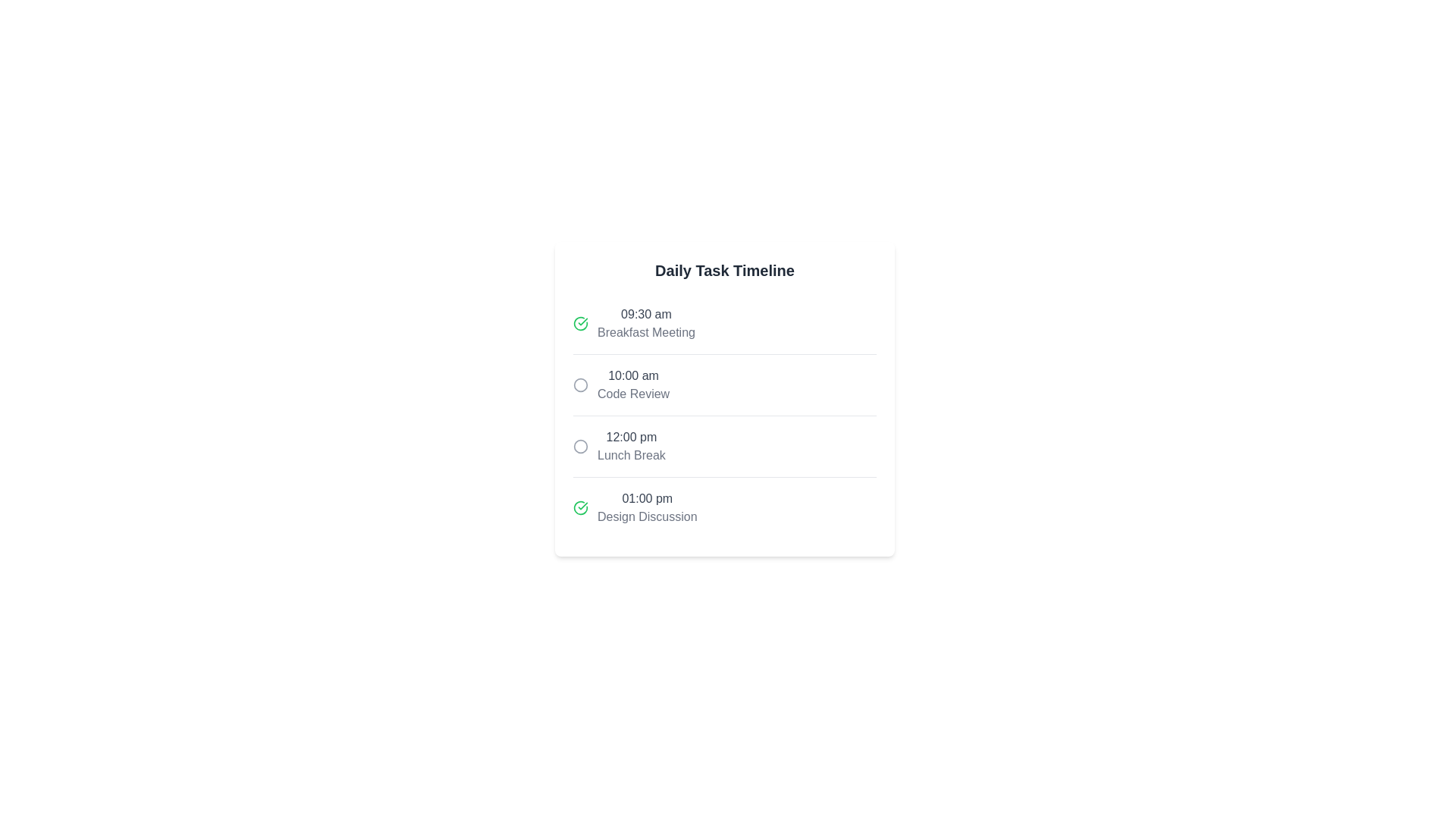 Image resolution: width=1456 pixels, height=819 pixels. I want to click on the circular SVG icon associated with the timeline entry labeled '10:00 am - Code Review' to enhance visual clarity, so click(580, 383).